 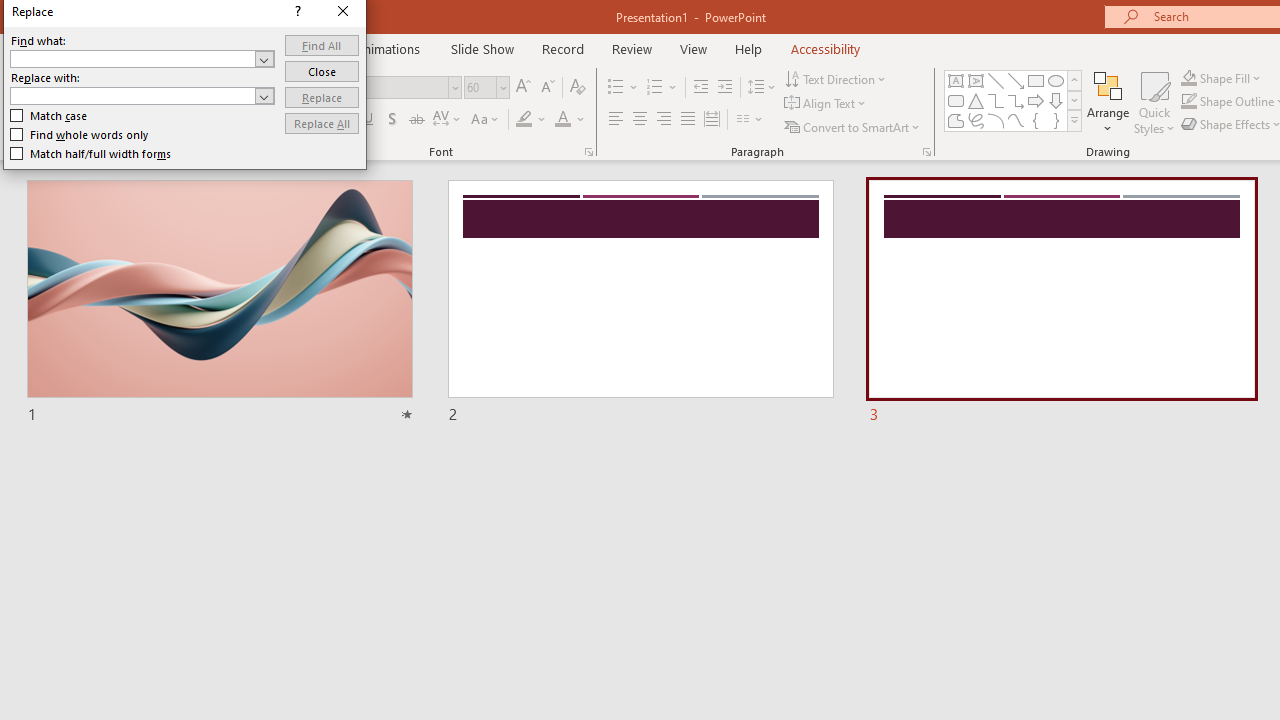 I want to click on 'Match case', so click(x=49, y=115).